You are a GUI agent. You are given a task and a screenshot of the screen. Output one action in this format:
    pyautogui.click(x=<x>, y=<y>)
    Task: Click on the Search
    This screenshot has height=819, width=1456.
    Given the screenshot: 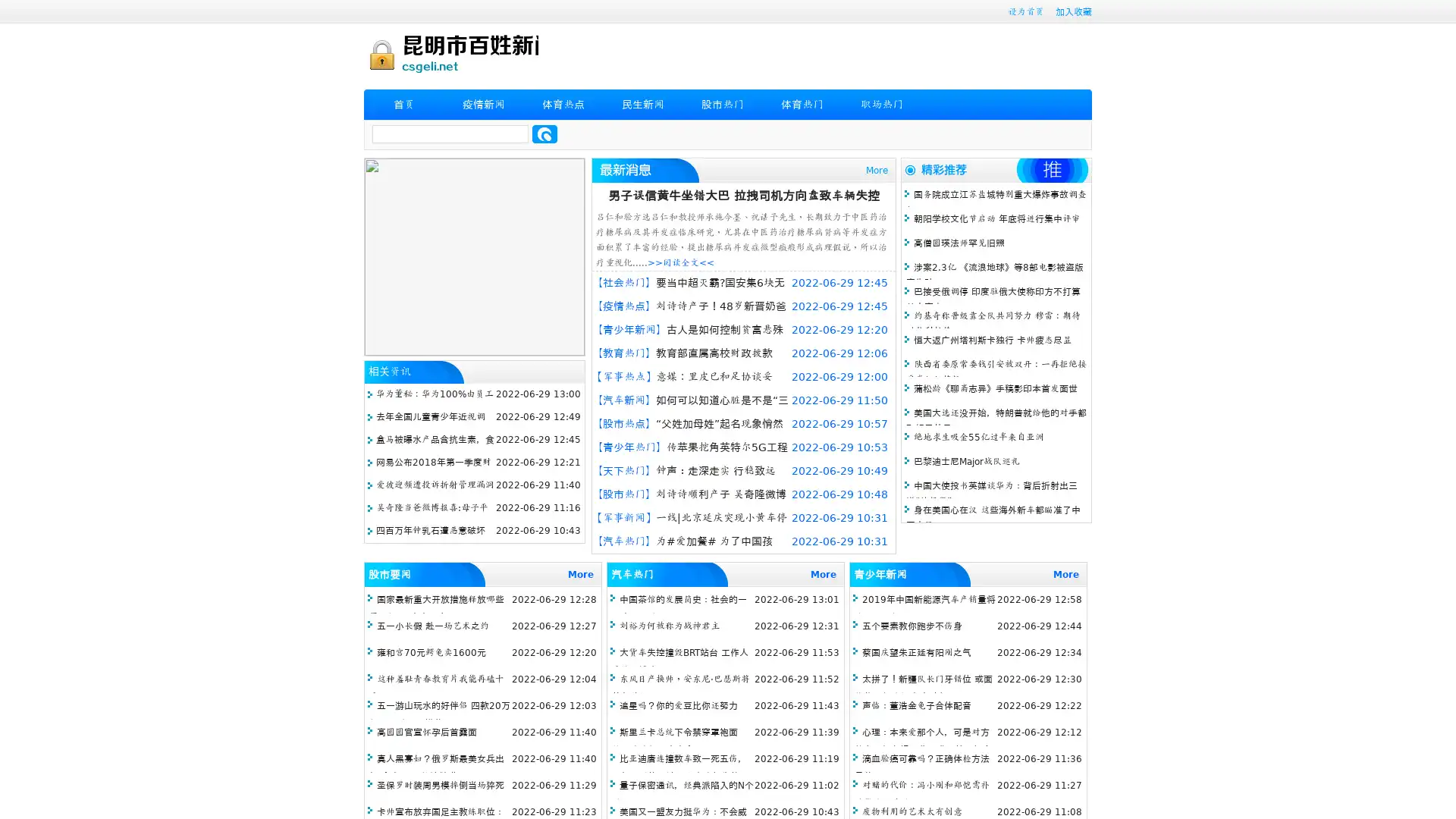 What is the action you would take?
    pyautogui.click(x=544, y=133)
    